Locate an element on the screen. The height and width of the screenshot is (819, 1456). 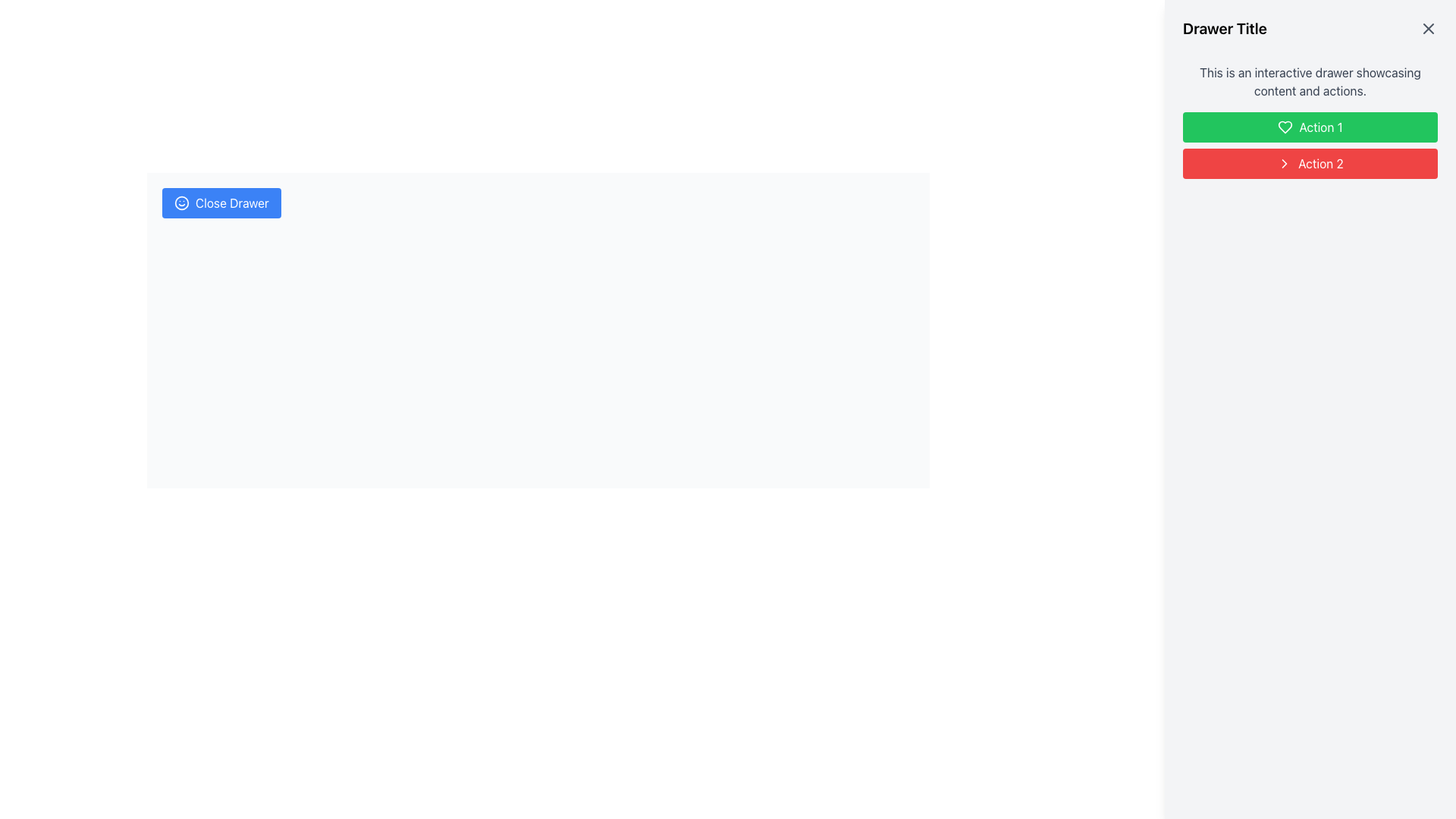
the 'Action 1' button located in the sidebar beneath the 'Drawer Title' is located at coordinates (1310, 146).